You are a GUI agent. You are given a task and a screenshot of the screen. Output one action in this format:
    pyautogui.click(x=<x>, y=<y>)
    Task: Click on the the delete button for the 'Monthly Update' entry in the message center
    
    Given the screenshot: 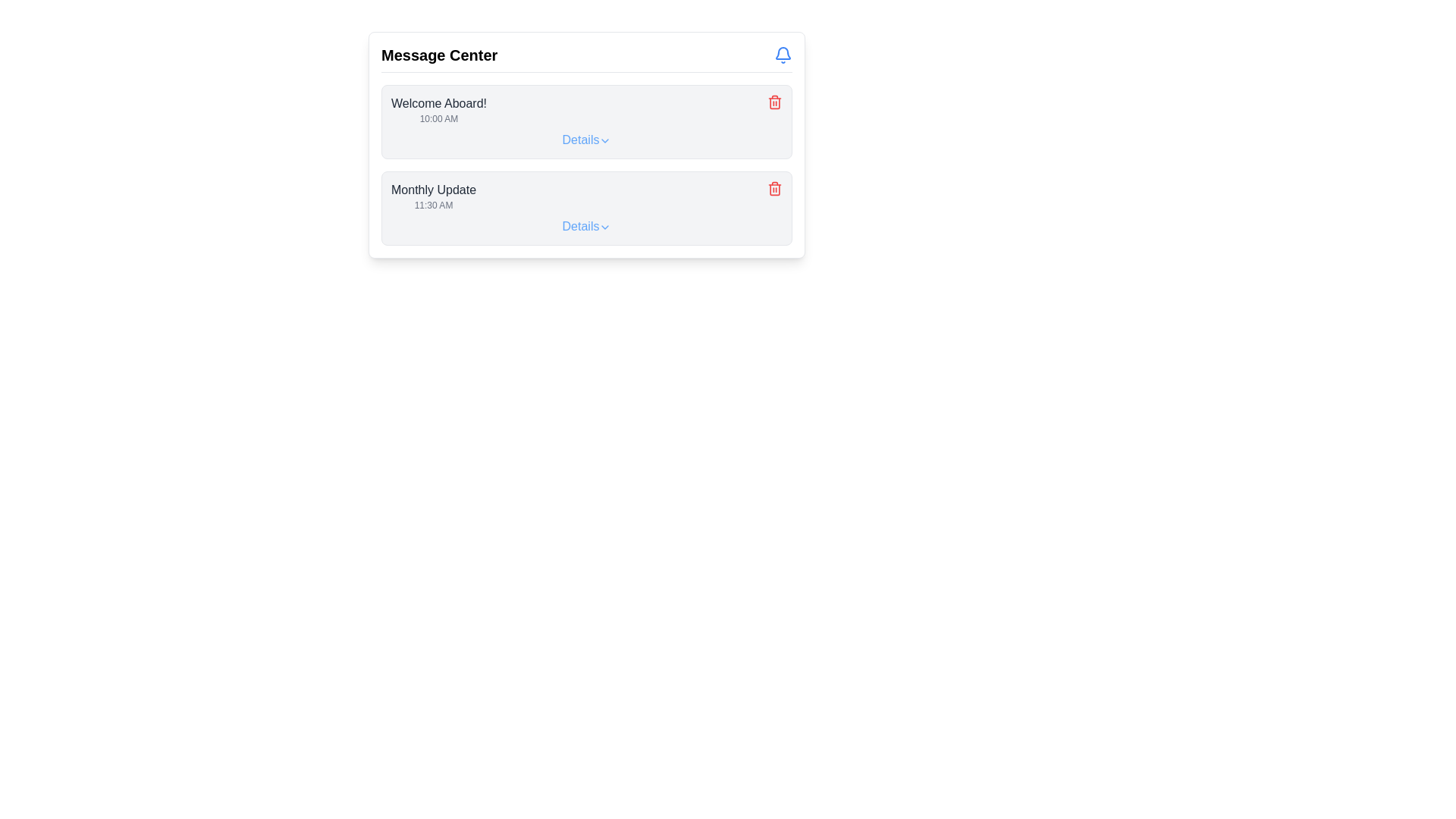 What is the action you would take?
    pyautogui.click(x=775, y=188)
    